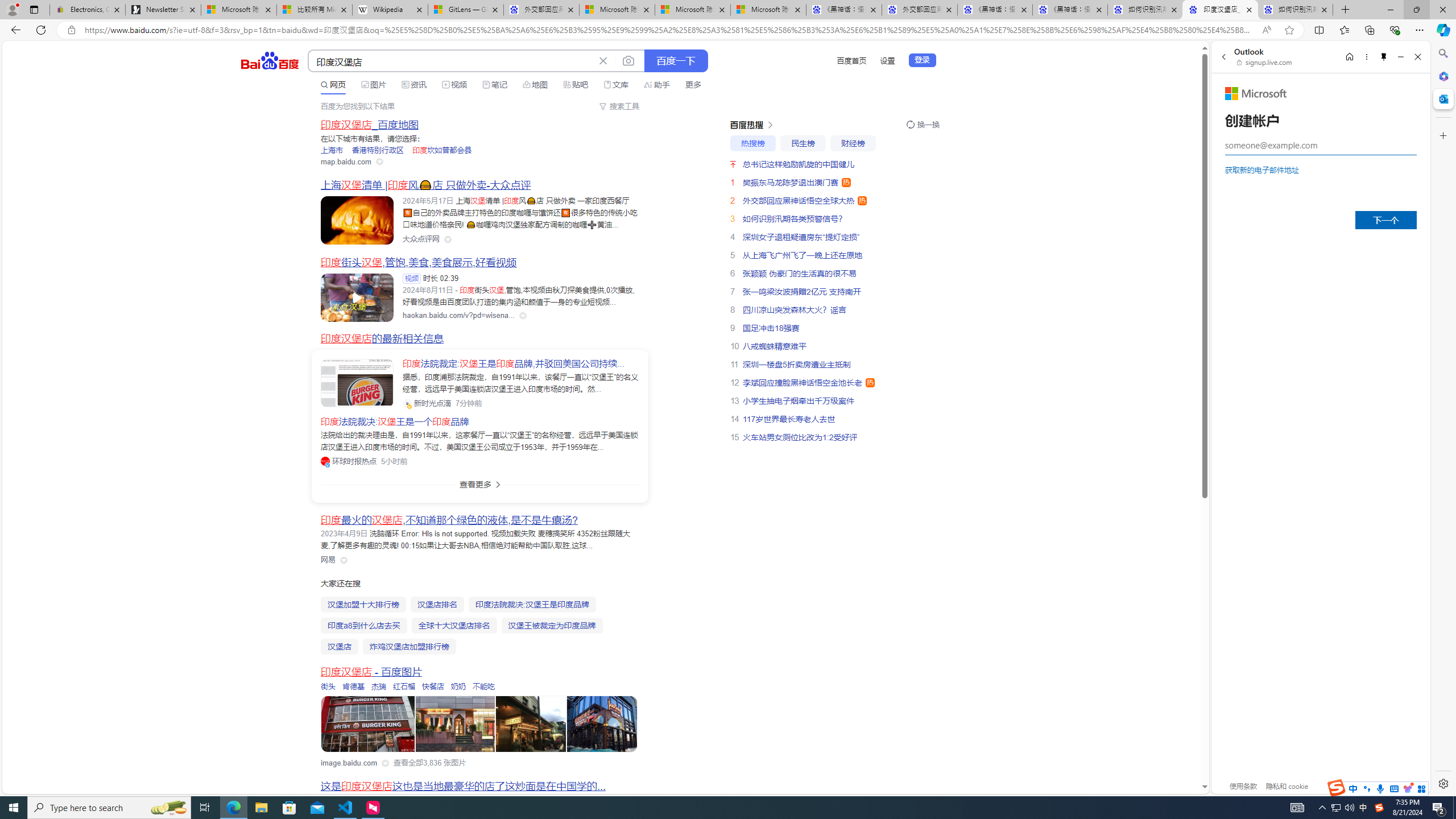 This screenshot has height=819, width=1456. What do you see at coordinates (357, 383) in the screenshot?
I see `'Class: c-img c-img-radius-large'` at bounding box center [357, 383].